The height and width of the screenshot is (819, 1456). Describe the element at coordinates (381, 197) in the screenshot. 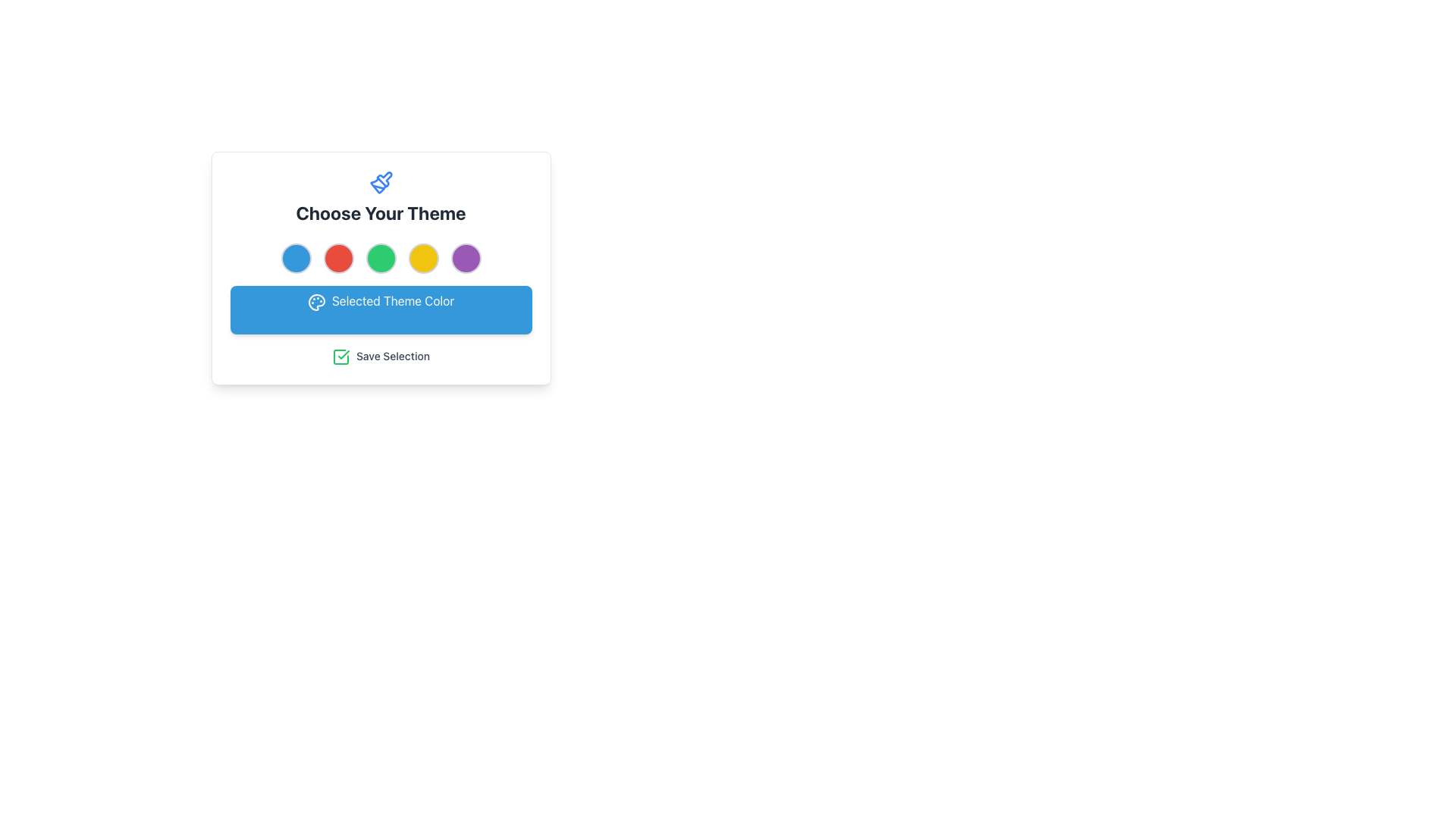

I see `the Title with Icon that displays 'Choose Your Theme', which features a blue-themed paintbrush icon above the text, located at the top of the card layout` at that location.